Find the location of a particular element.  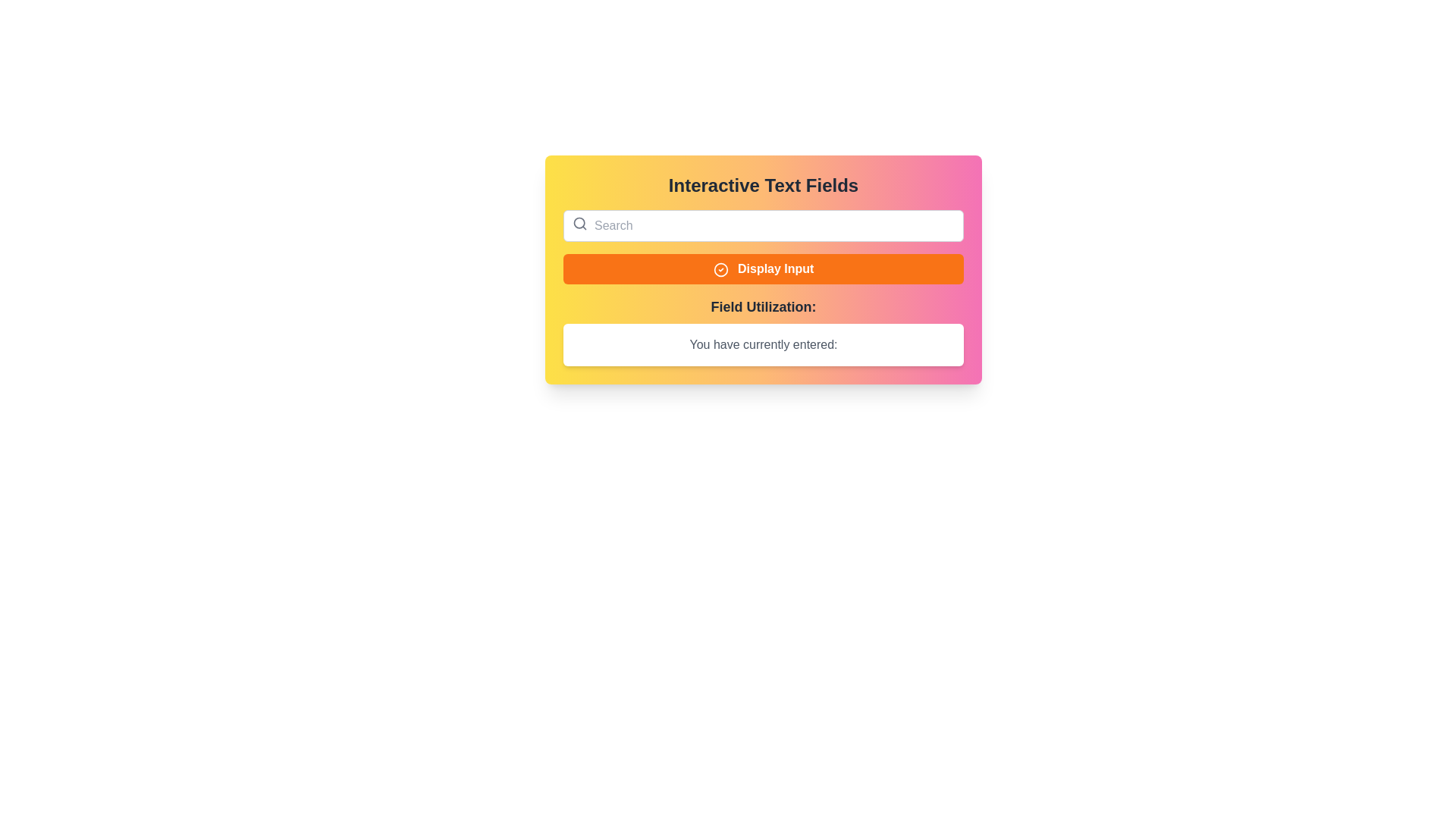

the circular border of the check-circle icon within the 'Display Input' button, which is located at the center of the panel is located at coordinates (720, 268).